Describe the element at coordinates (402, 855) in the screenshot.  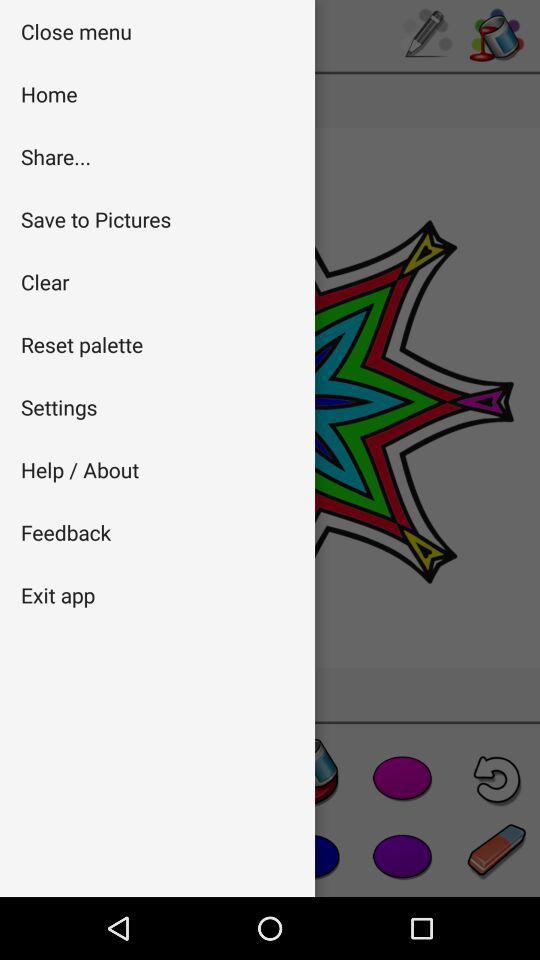
I see `the favorite icon` at that location.